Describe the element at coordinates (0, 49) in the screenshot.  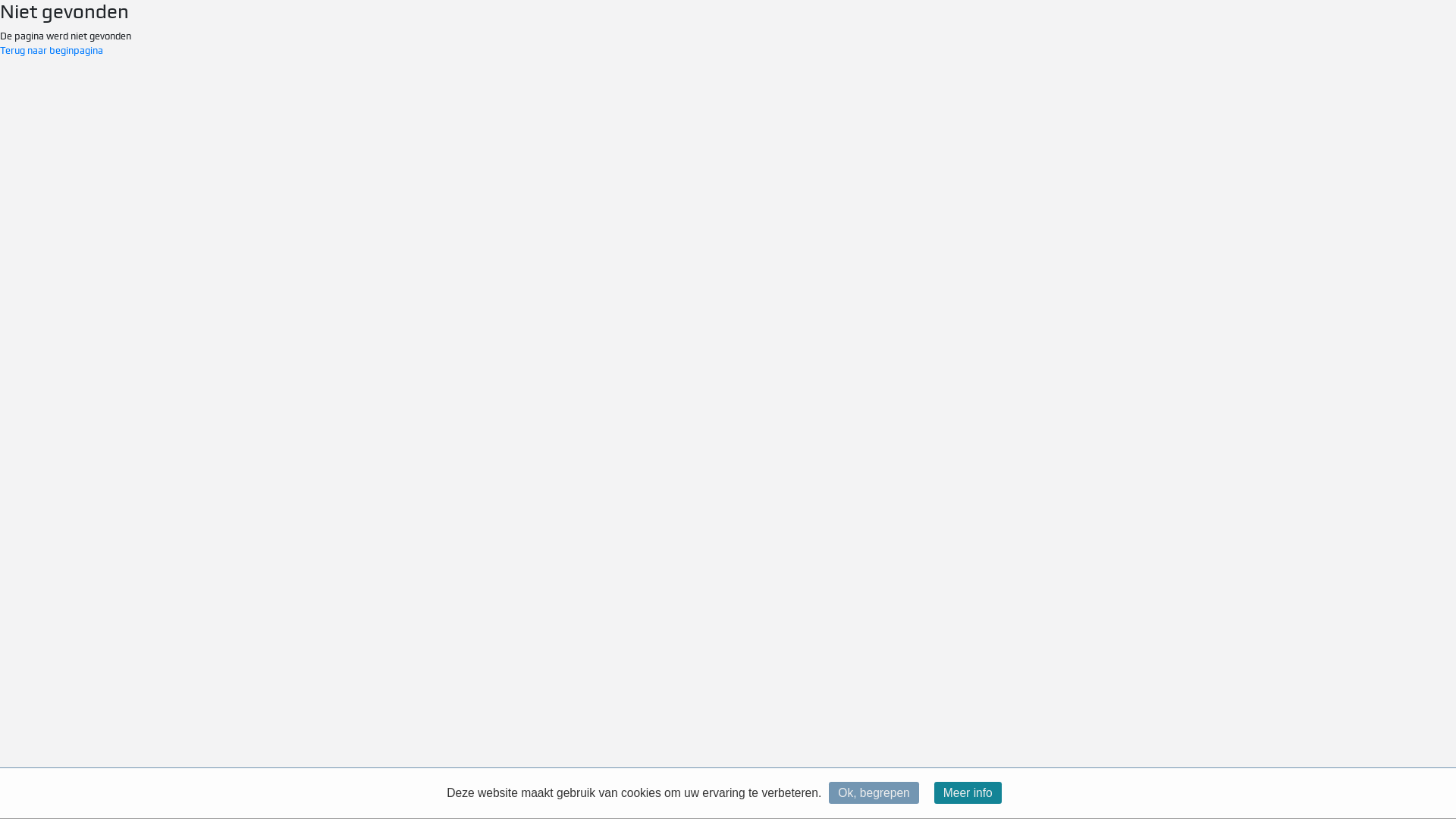
I see `'Terug naar beginpagina'` at that location.